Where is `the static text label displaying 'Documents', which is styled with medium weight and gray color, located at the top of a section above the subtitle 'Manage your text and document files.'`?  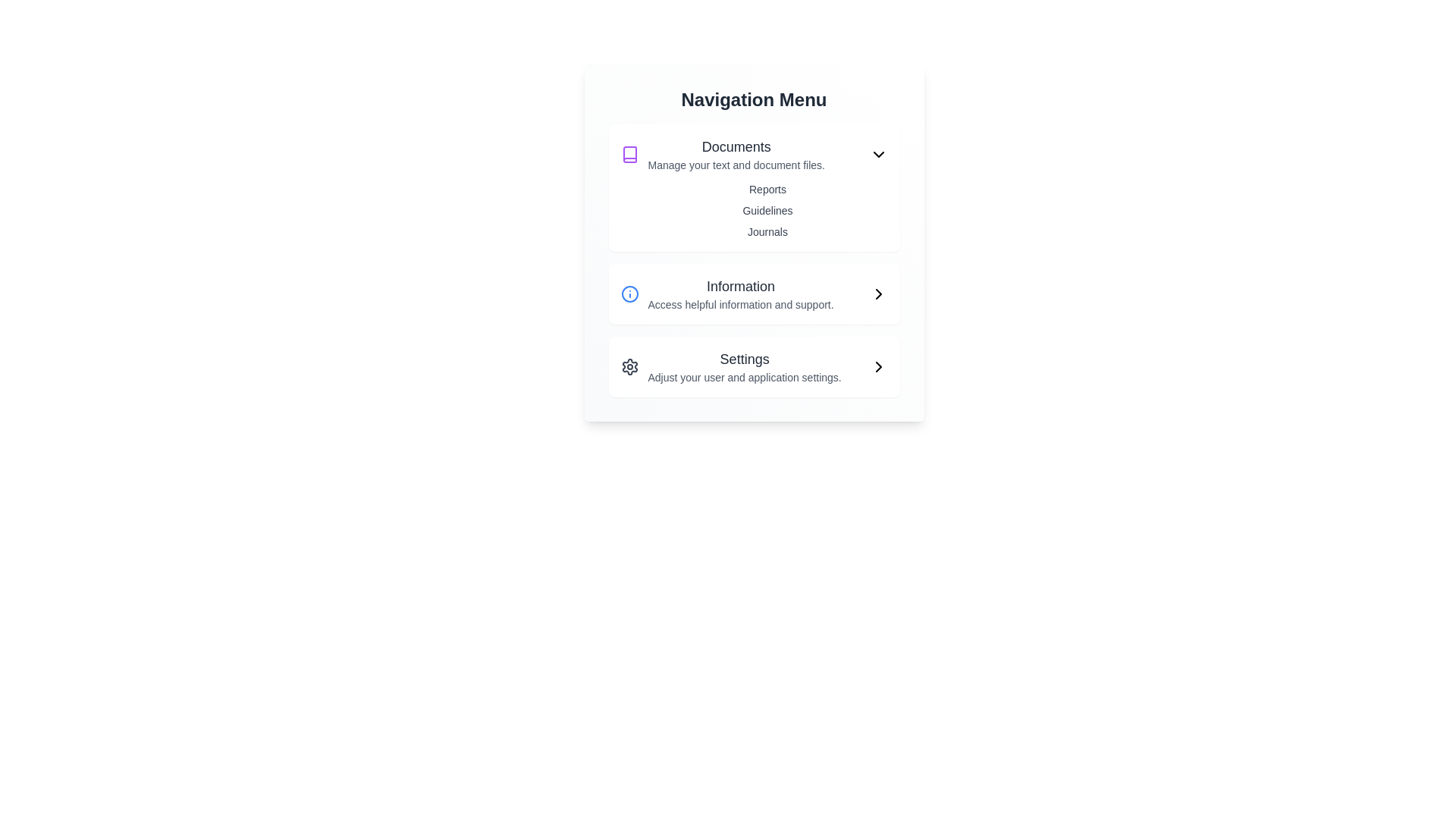
the static text label displaying 'Documents', which is styled with medium weight and gray color, located at the top of a section above the subtitle 'Manage your text and document files.' is located at coordinates (736, 146).